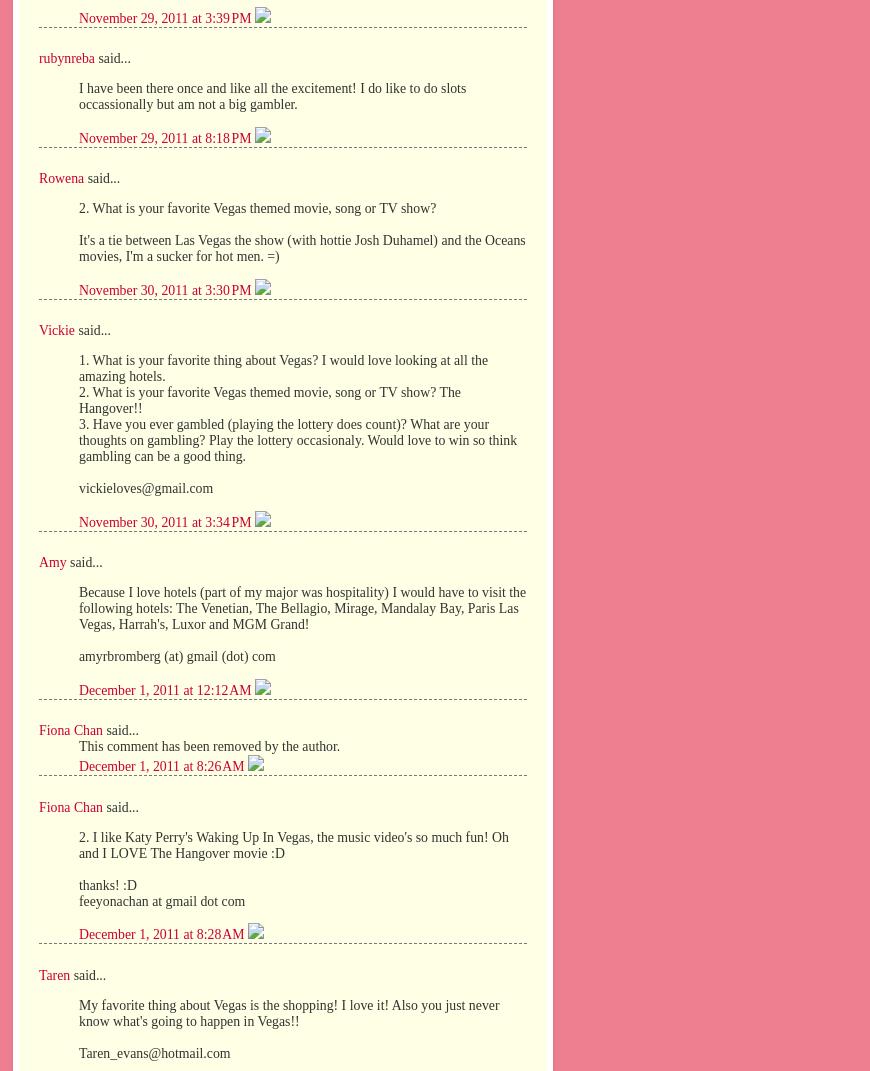  What do you see at coordinates (77, 608) in the screenshot?
I see `'Because I love hotels (part of my major was hospitality) I would have to visit the following hotels:  The Venetian, The Bellagio, Mirage, Mandalay Bay, Paris Las Vegas, Harrah's, Luxor and MGM Grand!'` at bounding box center [77, 608].